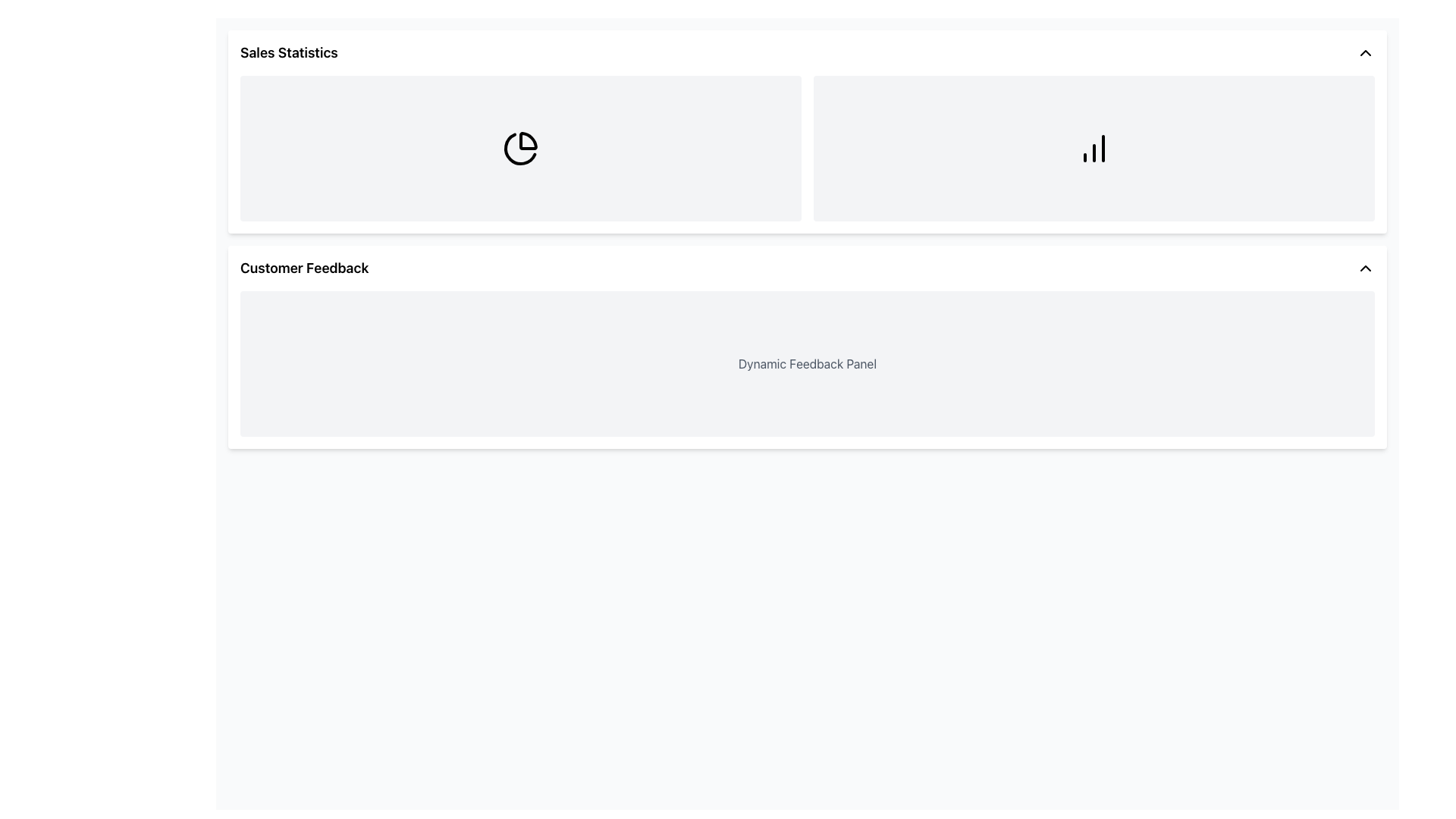 The image size is (1456, 819). Describe the element at coordinates (1094, 149) in the screenshot. I see `the bar chart icon located in the 'Sales Statistics' section of the interface` at that location.